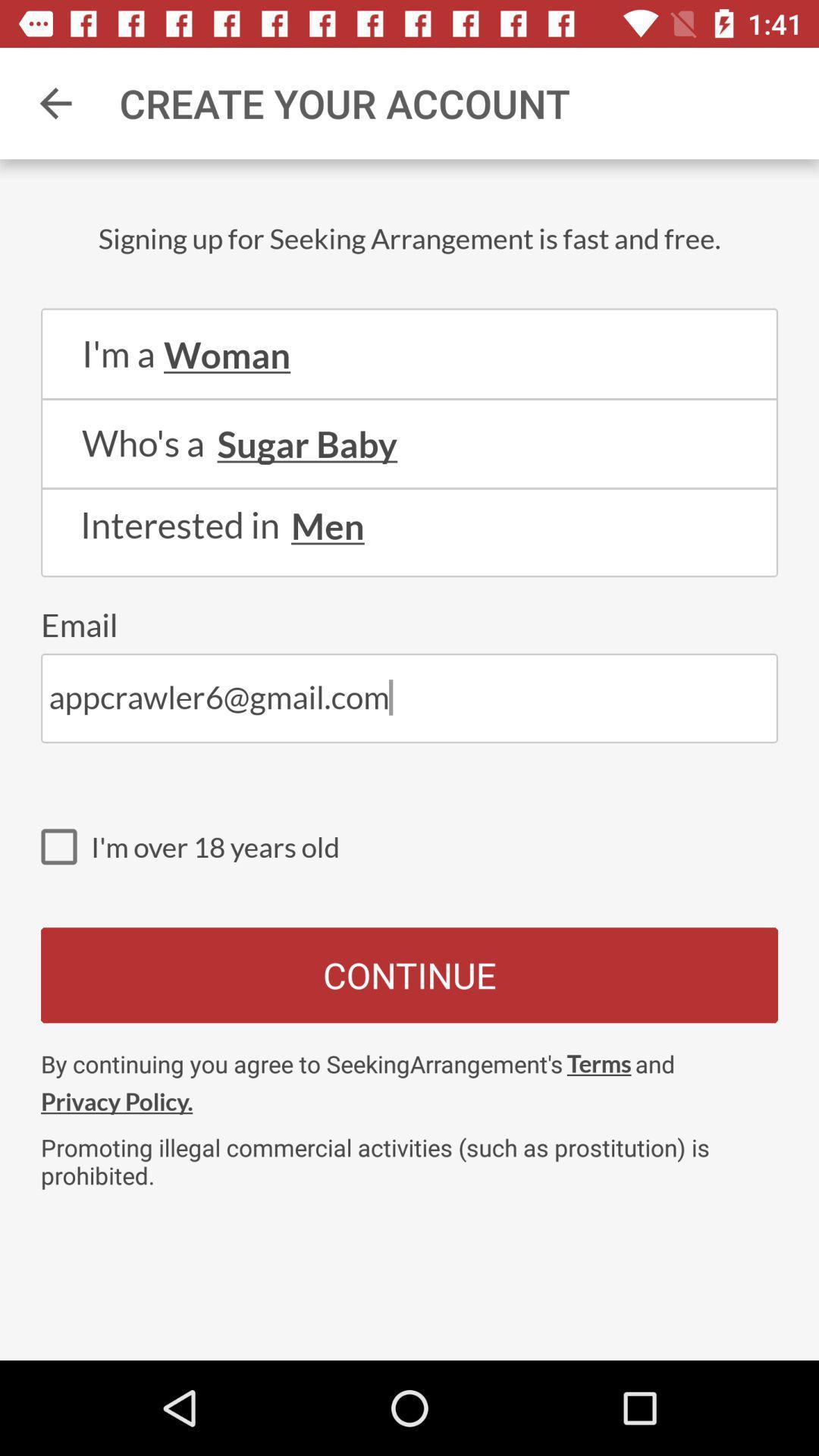 This screenshot has height=1456, width=819. I want to click on icon above the interested in item, so click(409, 488).